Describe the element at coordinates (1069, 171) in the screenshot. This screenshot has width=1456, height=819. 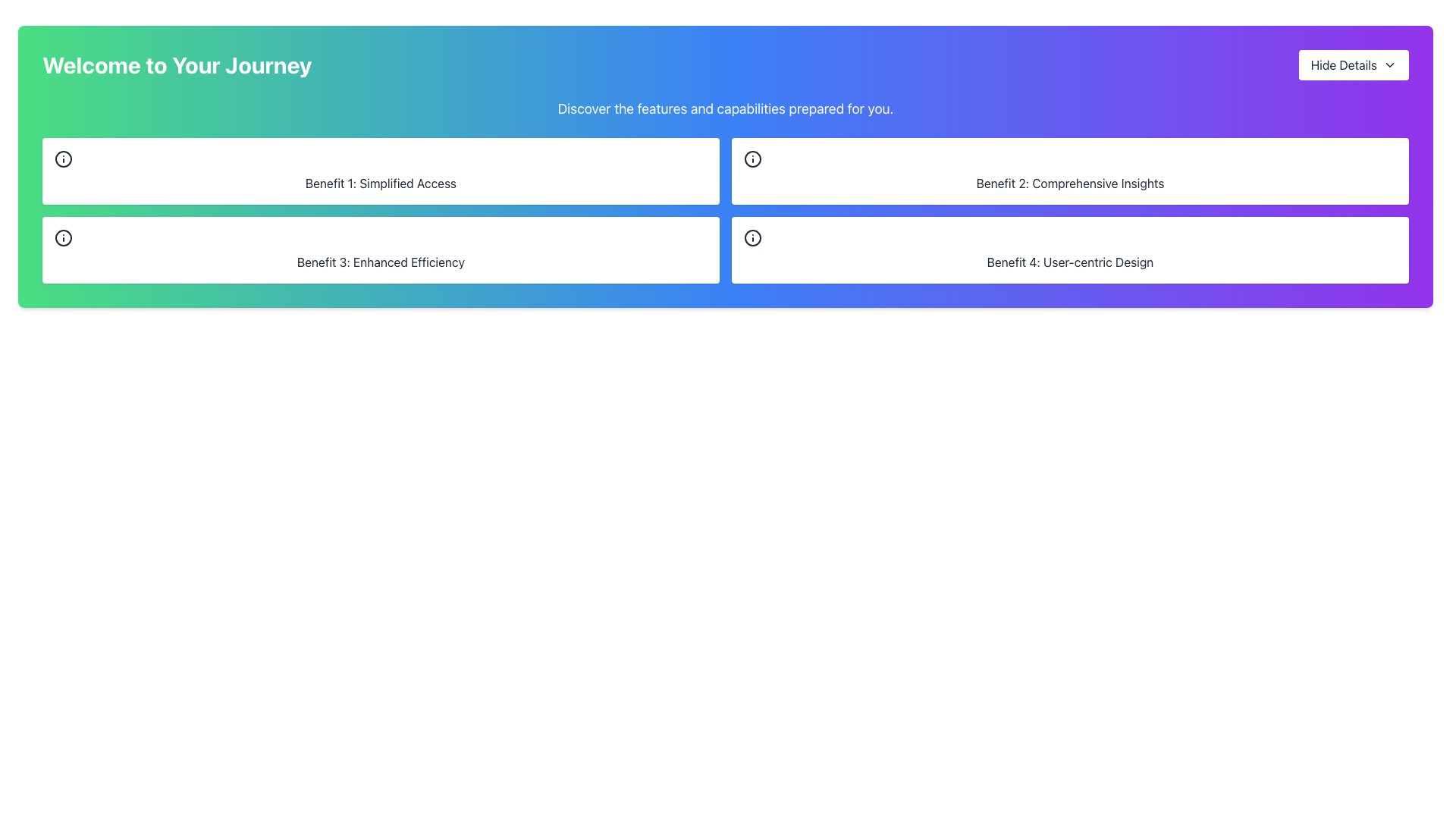
I see `the informational card component that highlights 'Comprehensive Insights', located in the top row and second column of a grid layout` at that location.